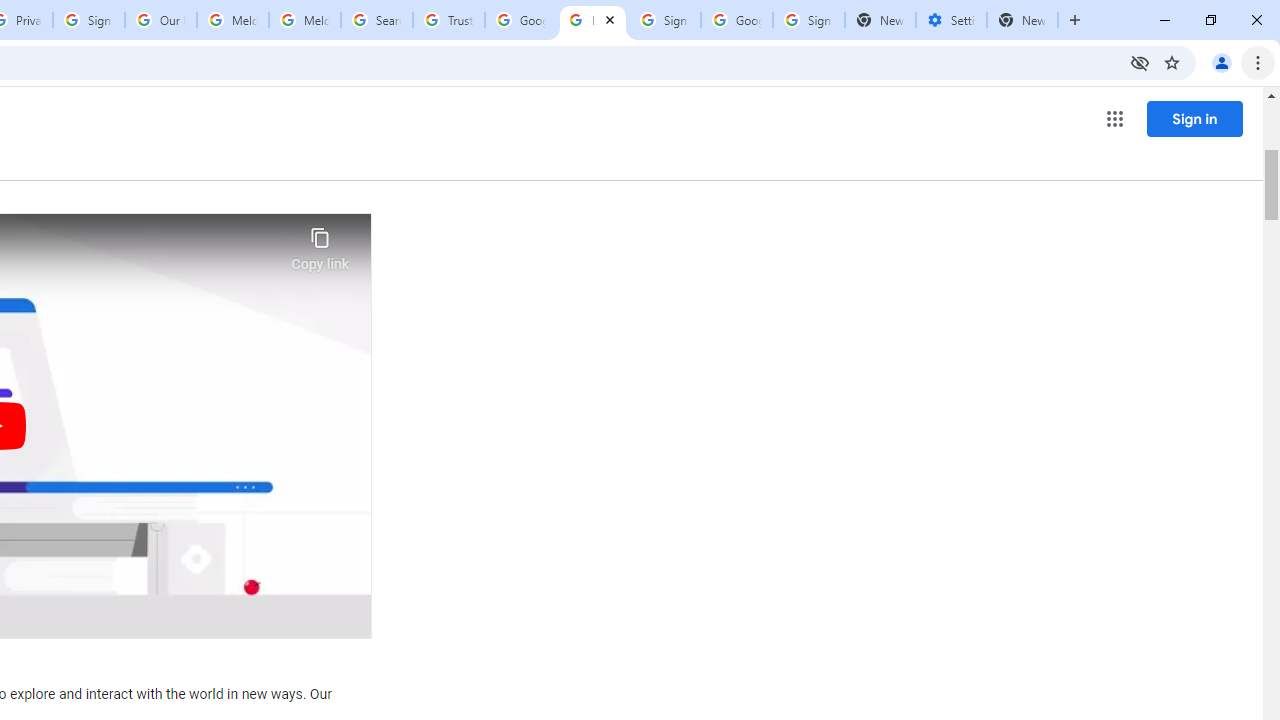 The width and height of the screenshot is (1280, 720). What do you see at coordinates (448, 20) in the screenshot?
I see `'Trusted Information and Content - Google Safety Center'` at bounding box center [448, 20].